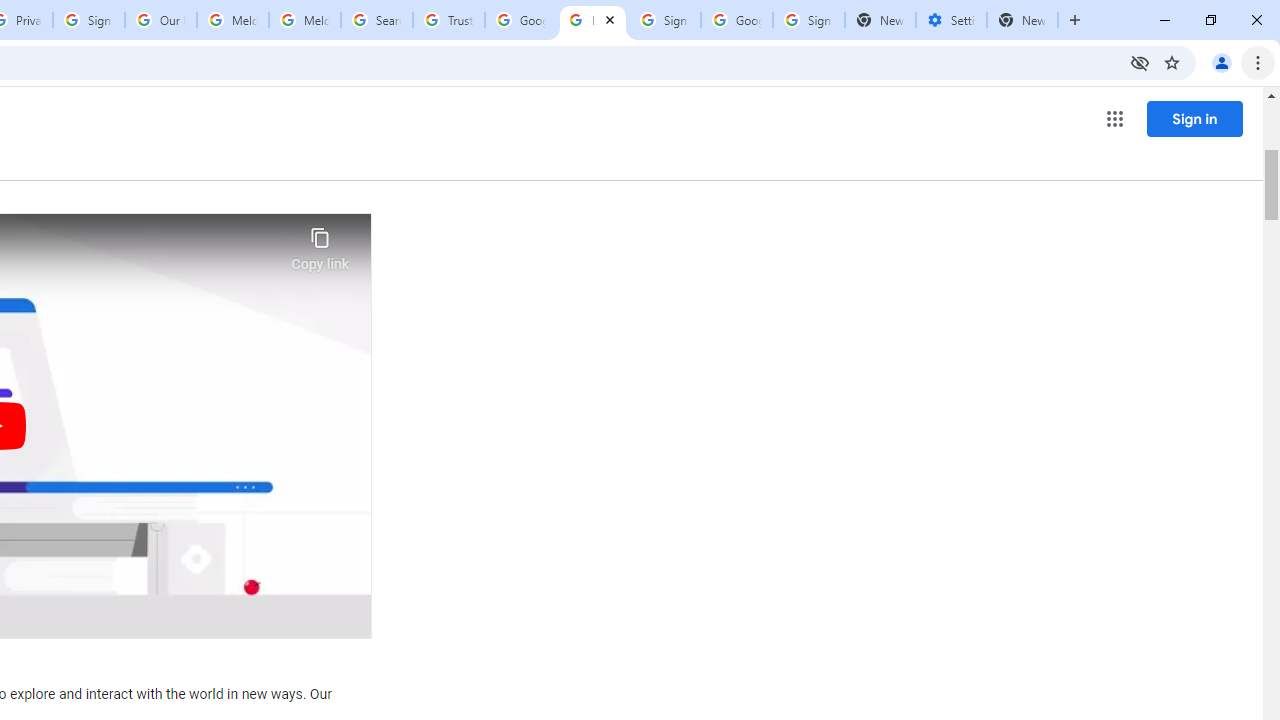 The width and height of the screenshot is (1280, 720). What do you see at coordinates (448, 20) in the screenshot?
I see `'Trusted Information and Content - Google Safety Center'` at bounding box center [448, 20].